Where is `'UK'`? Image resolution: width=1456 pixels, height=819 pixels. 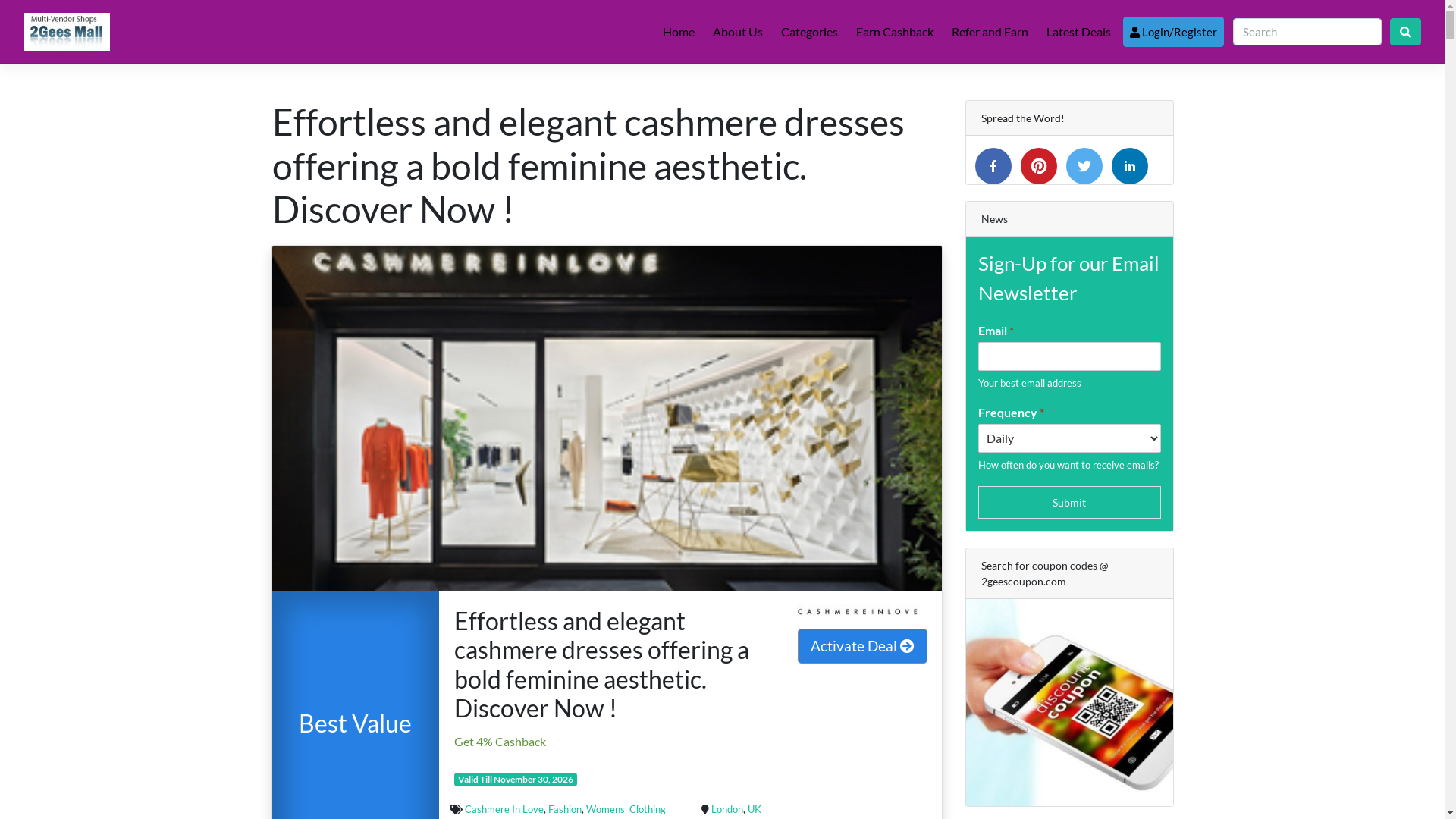
'UK' is located at coordinates (754, 808).